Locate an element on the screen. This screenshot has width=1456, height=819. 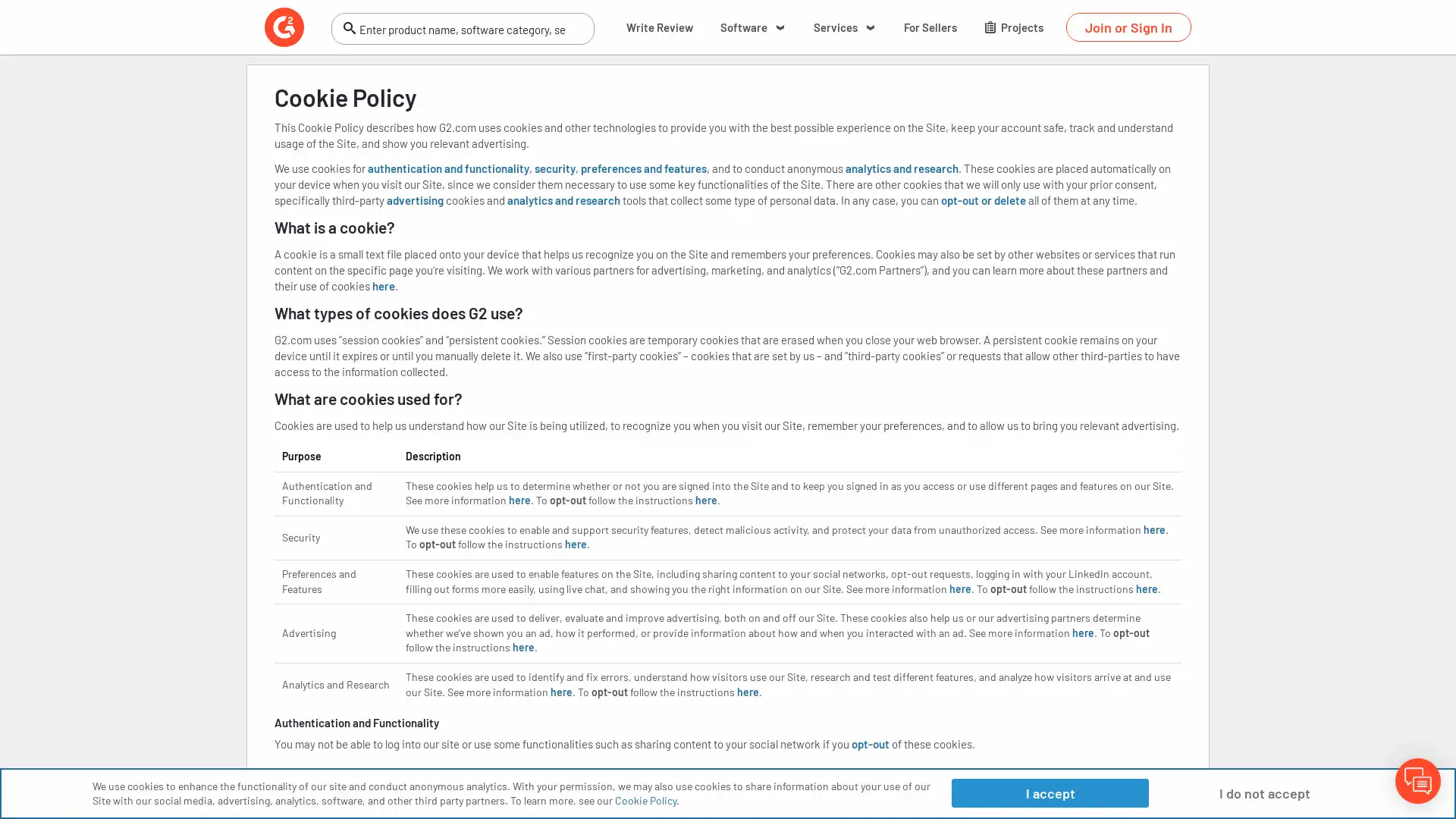
Open Intercom Messenger is located at coordinates (1417, 780).